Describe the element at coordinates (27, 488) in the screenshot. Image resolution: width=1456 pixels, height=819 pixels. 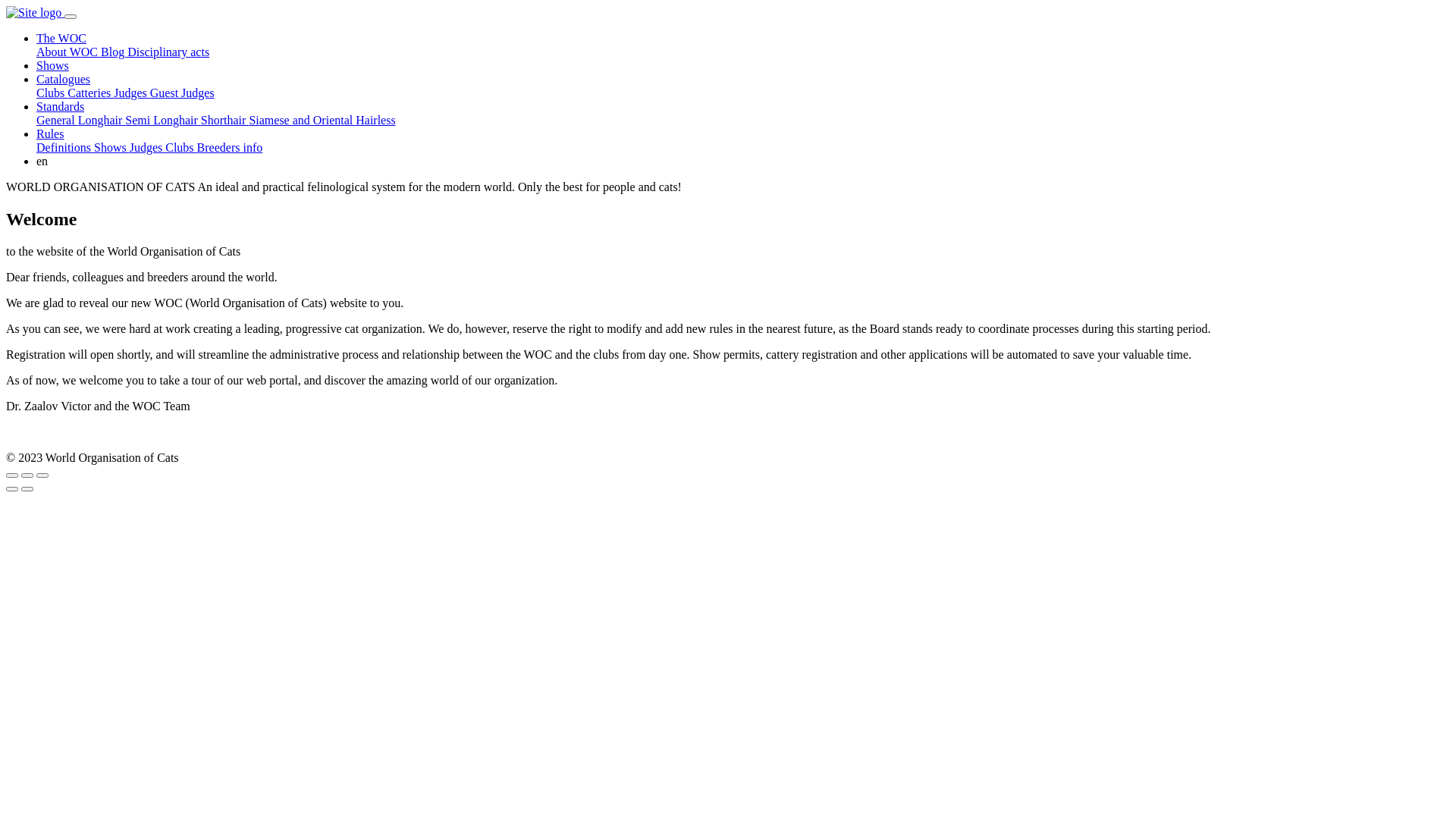
I see `'Next (arrow right)'` at that location.